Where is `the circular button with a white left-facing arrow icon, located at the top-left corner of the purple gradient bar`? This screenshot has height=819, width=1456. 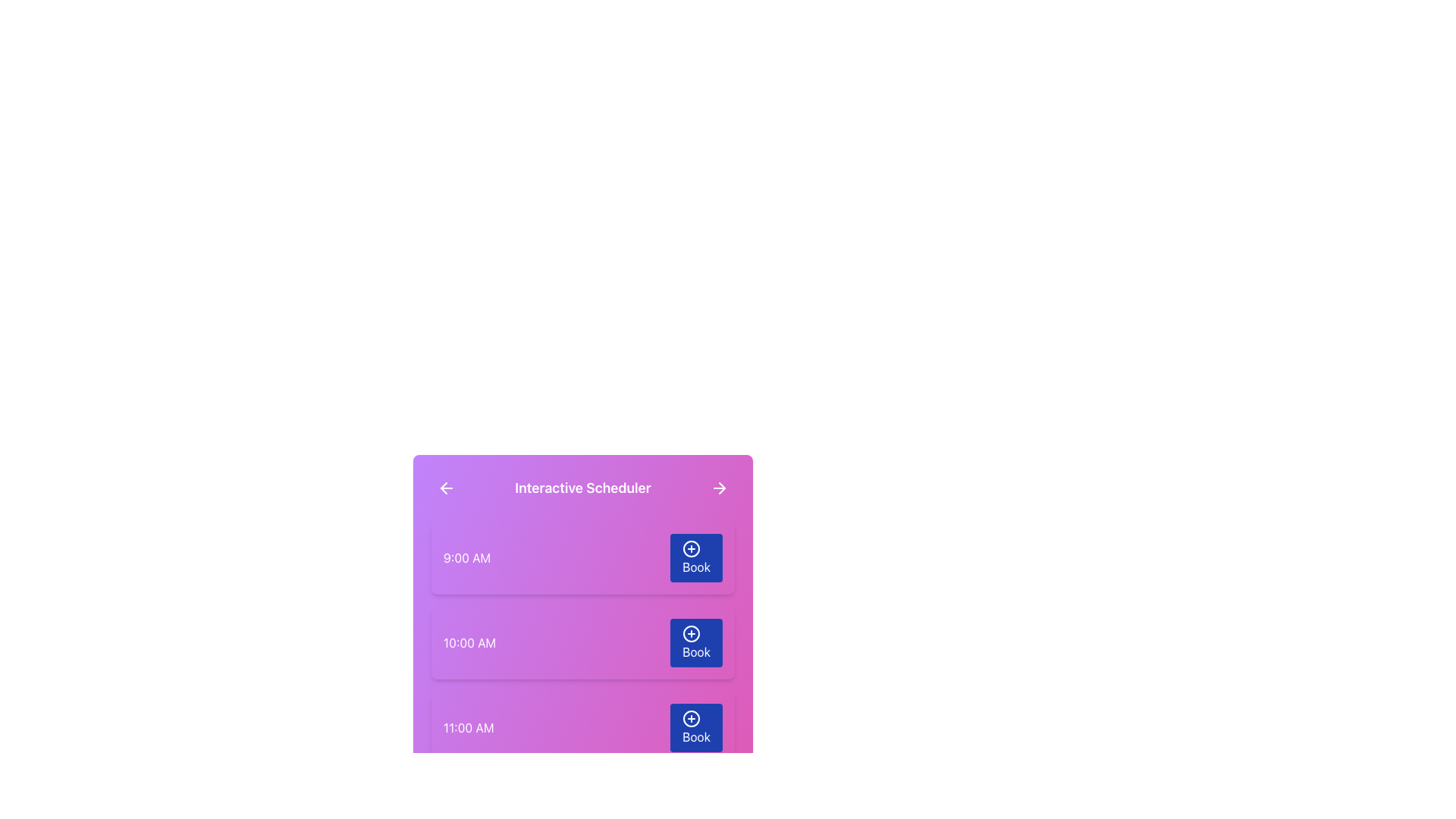
the circular button with a white left-facing arrow icon, located at the top-left corner of the purple gradient bar is located at coordinates (446, 488).